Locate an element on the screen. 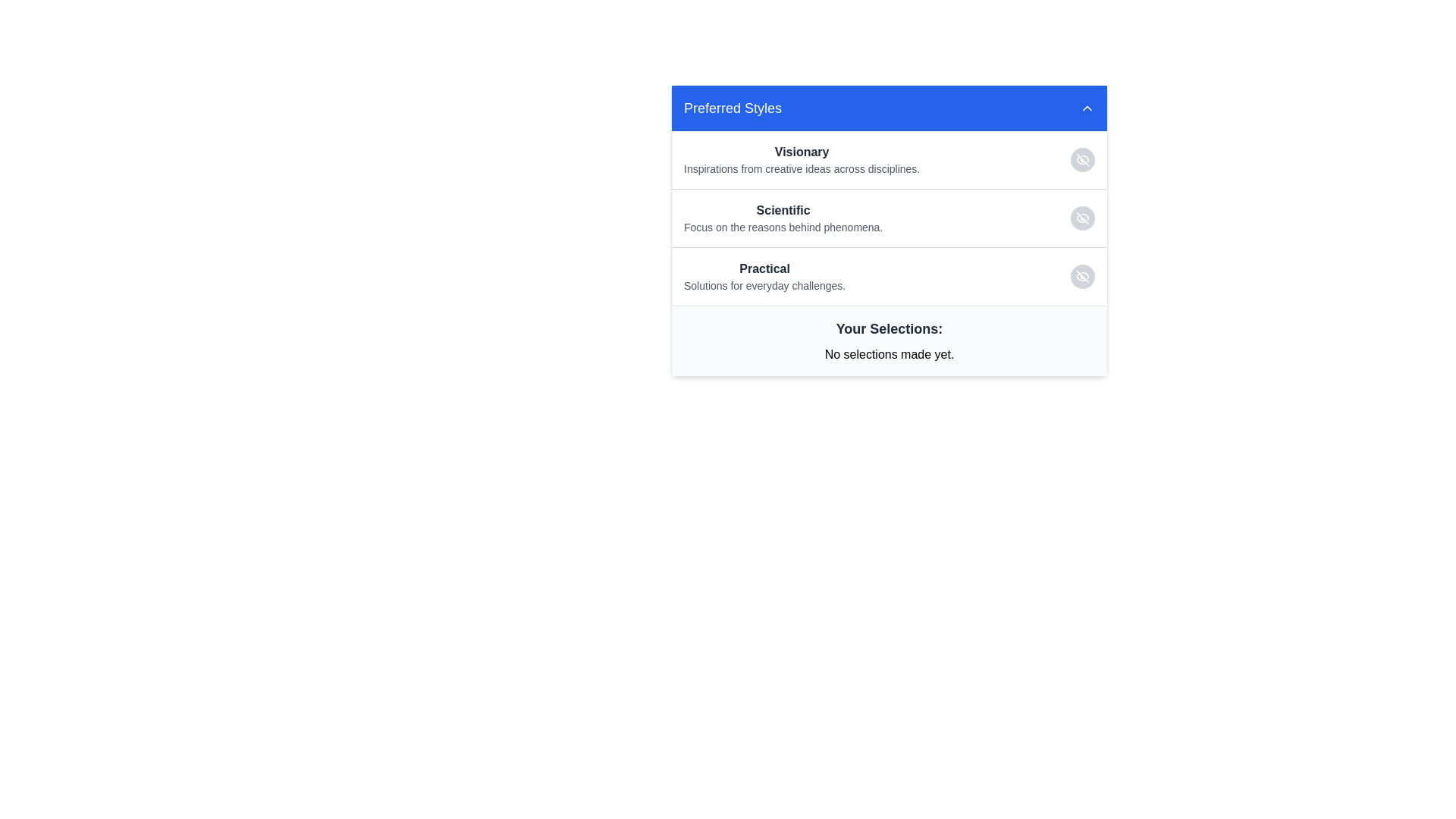  the text block that describes the 'Practical' option, which is the third item in the vertical list under 'Preferred Styles.' is located at coordinates (764, 277).